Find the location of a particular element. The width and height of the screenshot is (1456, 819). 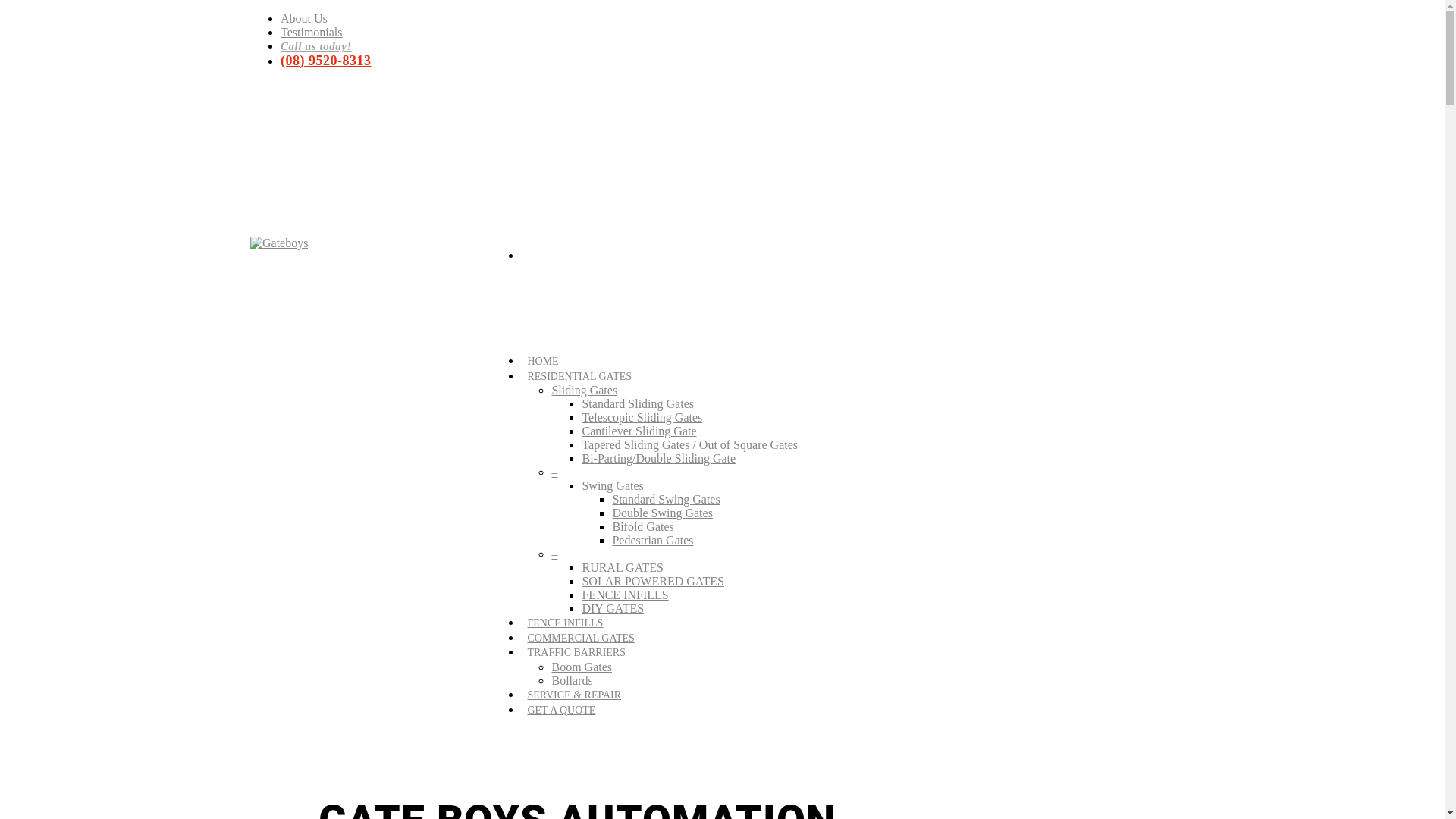

'Boom Gates' is located at coordinates (581, 666).